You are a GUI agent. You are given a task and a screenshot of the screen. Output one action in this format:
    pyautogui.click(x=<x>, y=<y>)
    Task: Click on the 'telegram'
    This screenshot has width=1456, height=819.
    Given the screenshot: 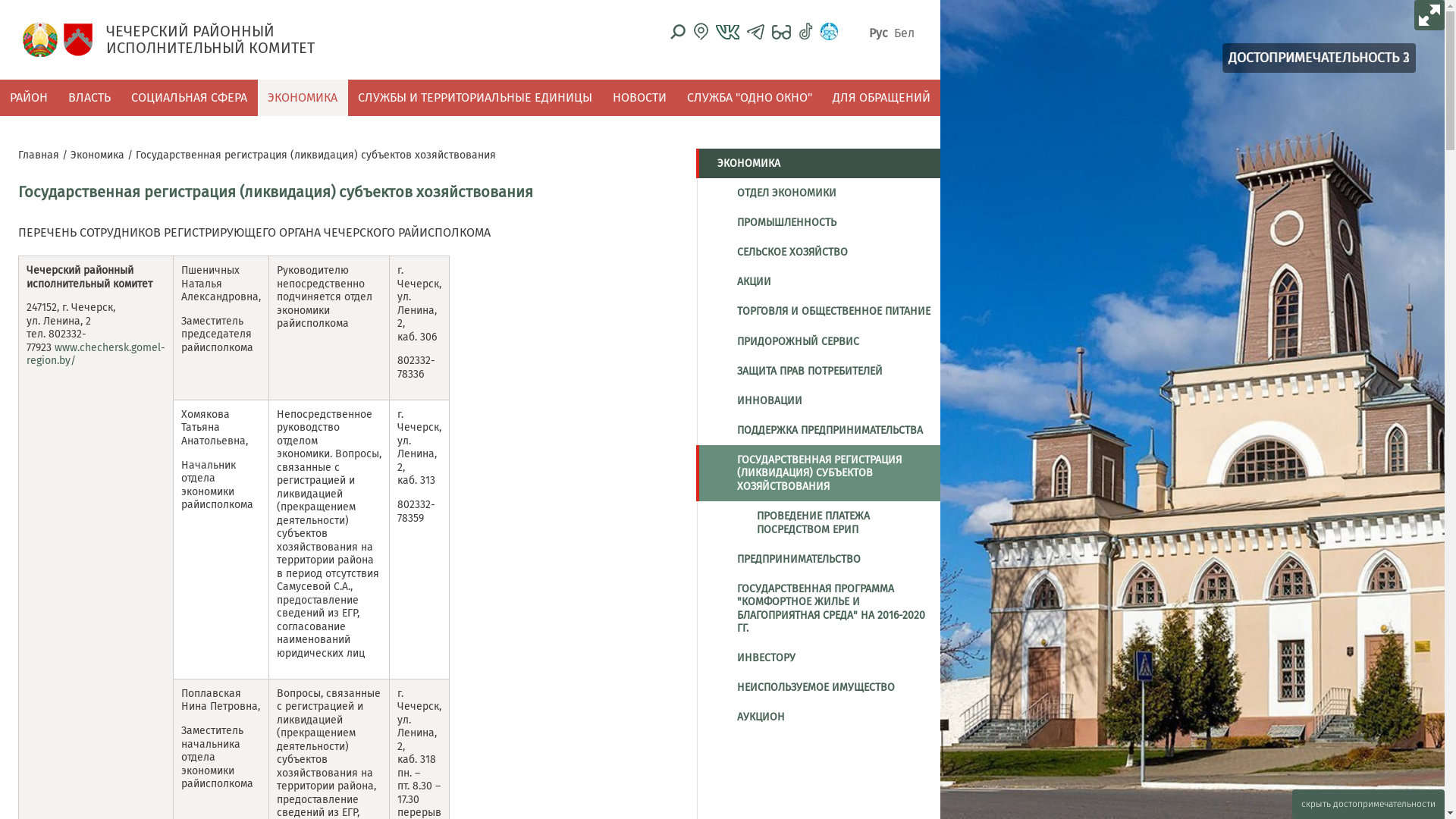 What is the action you would take?
    pyautogui.click(x=755, y=32)
    